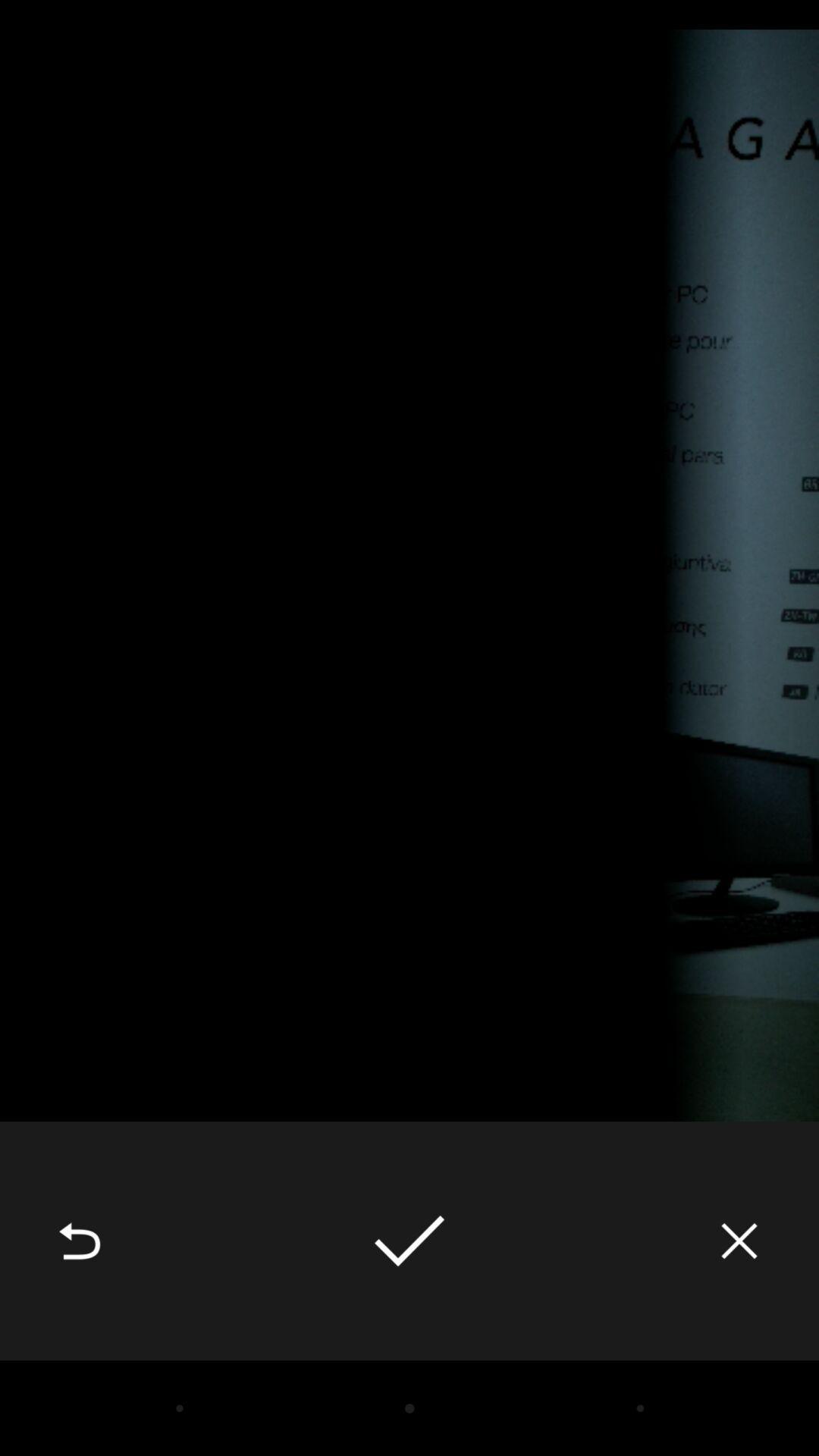 The image size is (819, 1456). I want to click on the icon at the bottom left corner, so click(79, 1241).